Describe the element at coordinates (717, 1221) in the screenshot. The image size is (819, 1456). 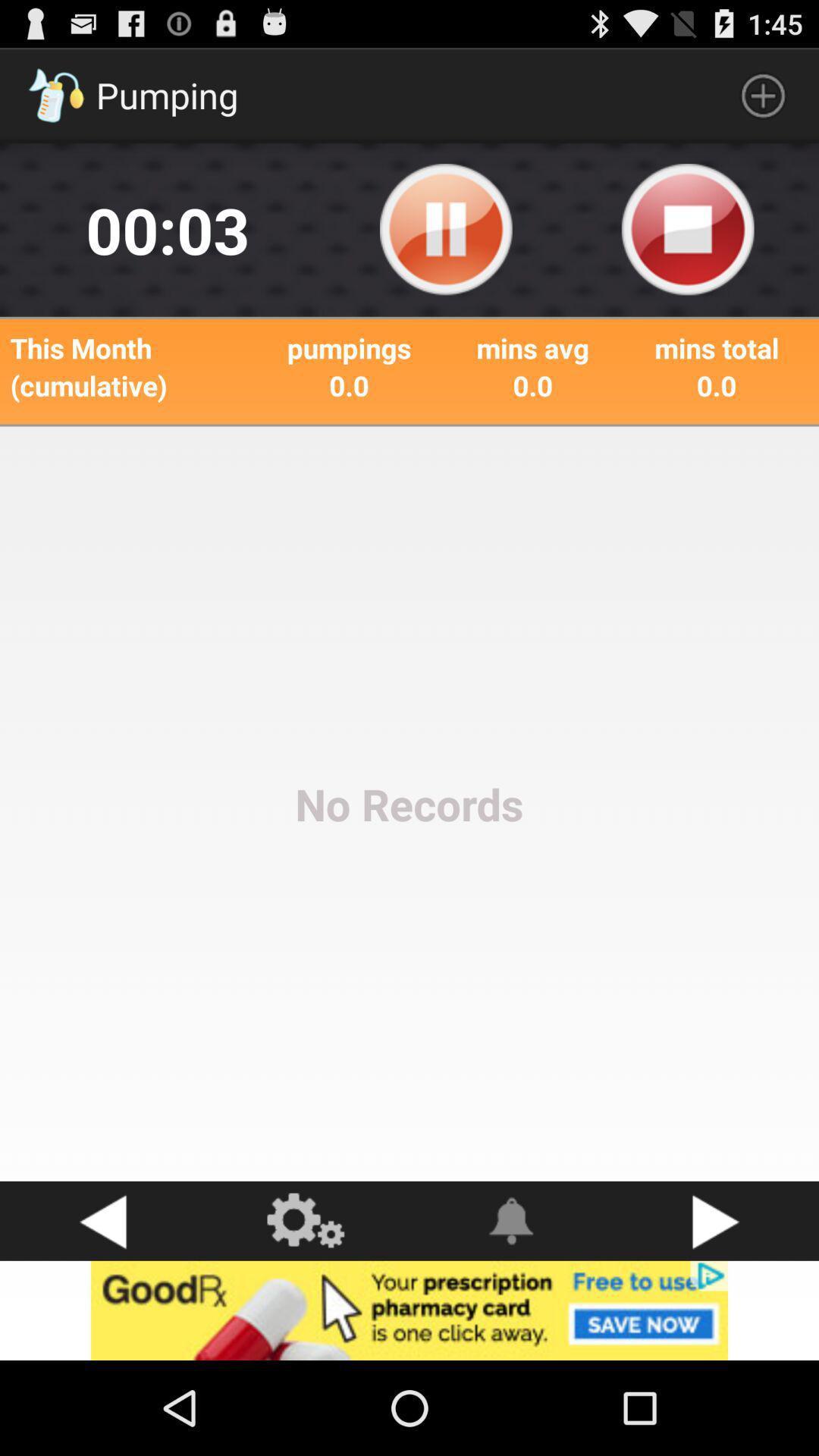
I see `button` at that location.